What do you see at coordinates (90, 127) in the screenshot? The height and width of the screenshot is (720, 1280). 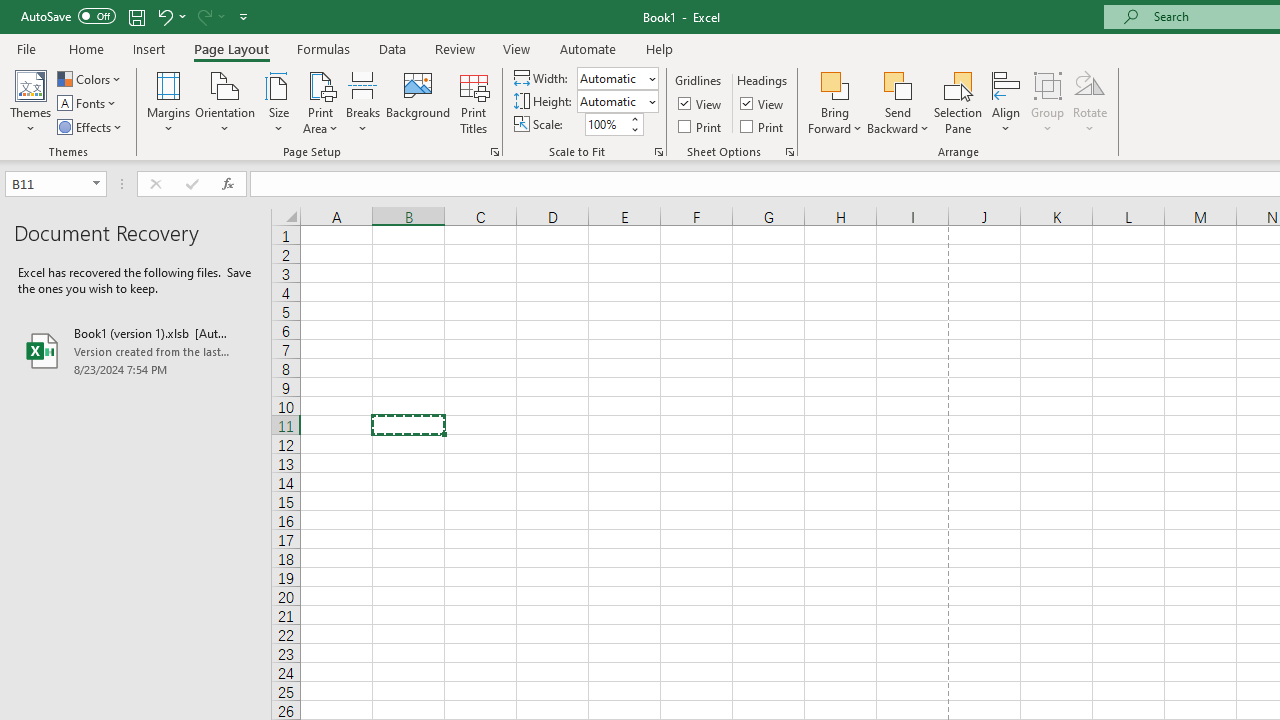 I see `'Effects'` at bounding box center [90, 127].